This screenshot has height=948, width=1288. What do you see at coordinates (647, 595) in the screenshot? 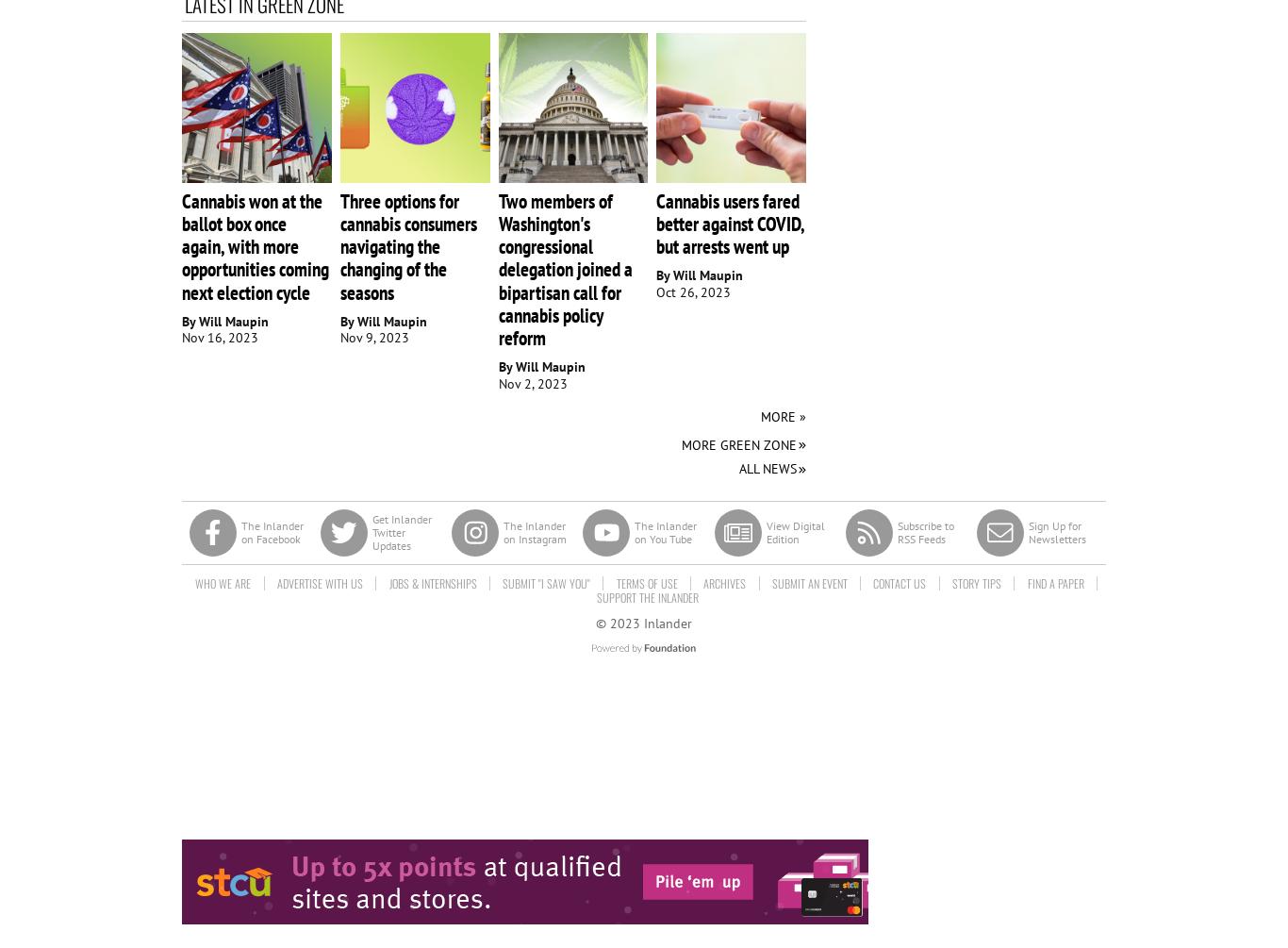
I see `'Support the Inlander'` at bounding box center [647, 595].